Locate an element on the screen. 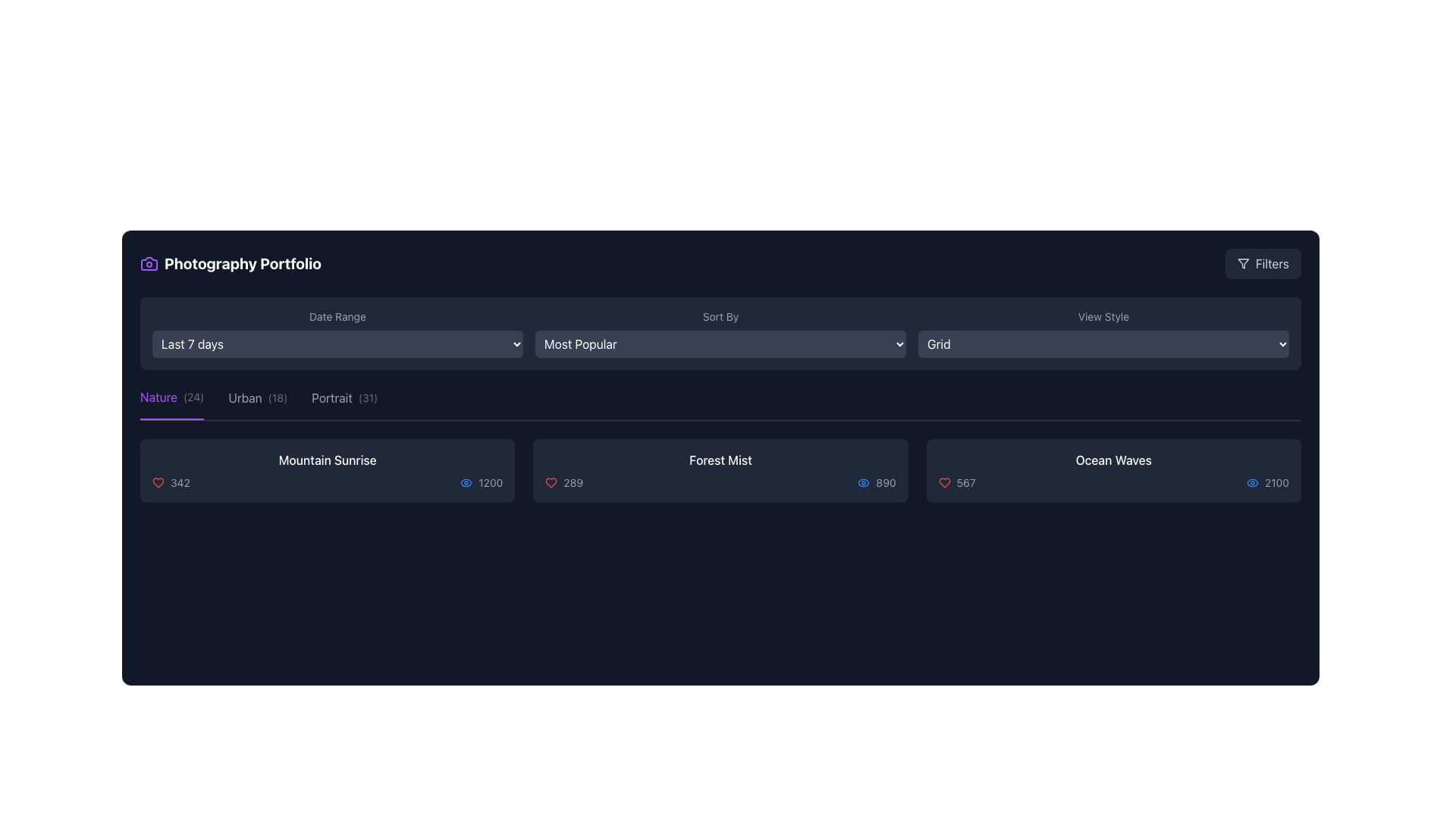  the eye icon represented as an SVG graphic, styled in blue with a stroke width of 2, located to the right of the 'Ocean Waves' title and the numerical value '2100' is located at coordinates (1252, 482).